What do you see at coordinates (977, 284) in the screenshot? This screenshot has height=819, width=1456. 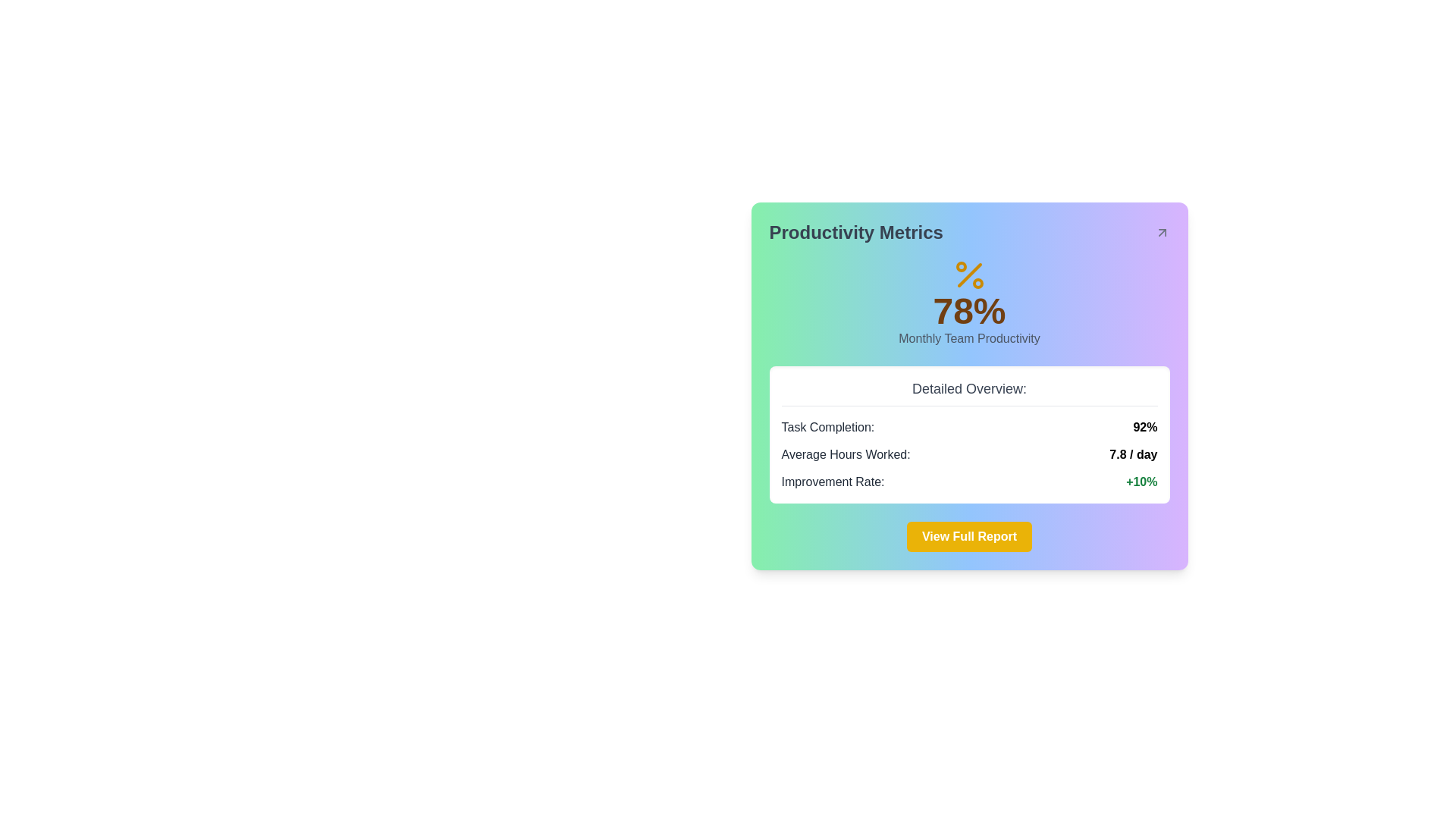 I see `the decorative icon segment (circle within a percent symbol) located in the middle-top of the card displaying productivity metrics, which is aligned below the diagonal line of the percent symbol` at bounding box center [977, 284].